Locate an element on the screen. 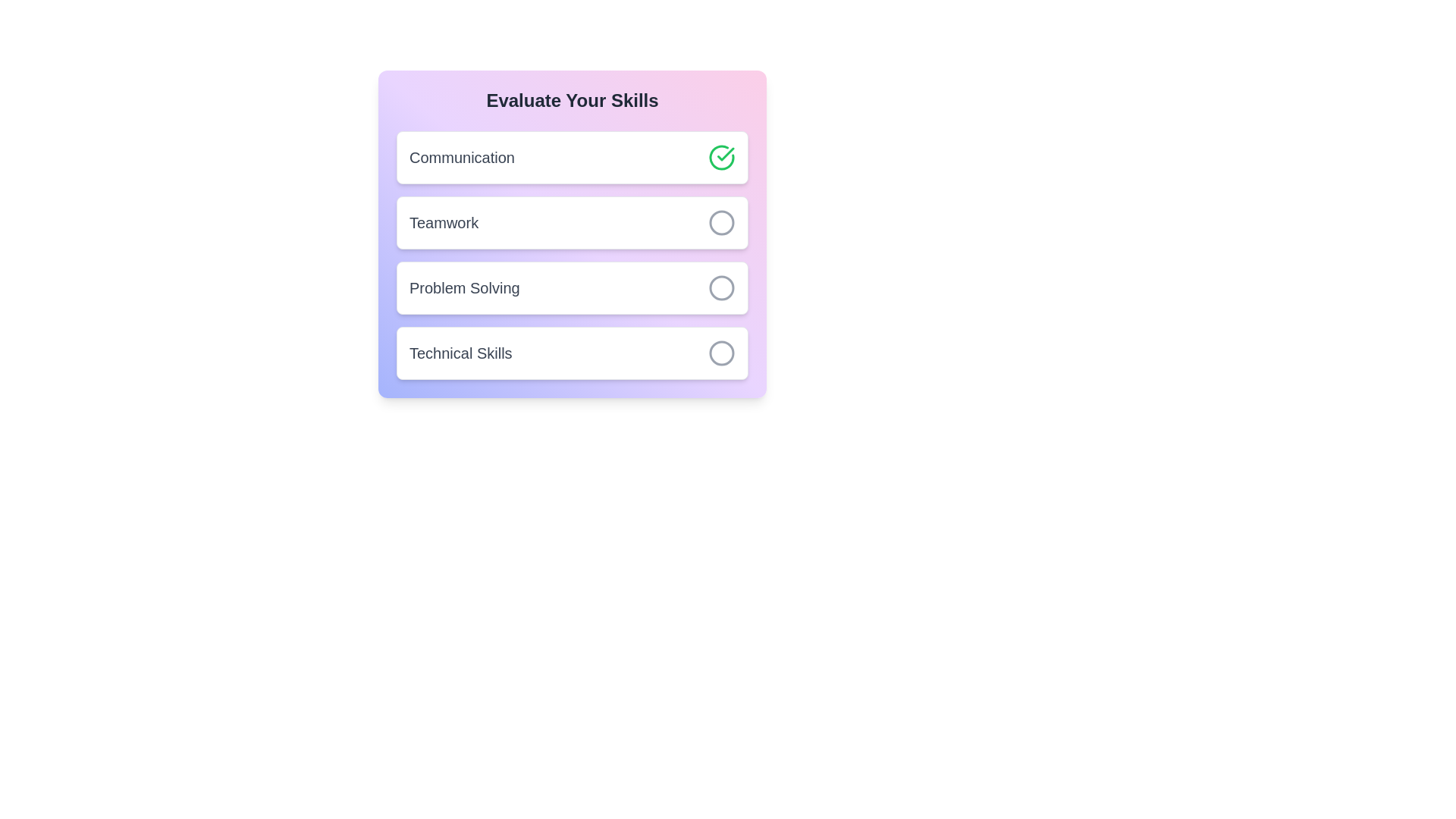  the skill Teamwork by clicking its associated button is located at coordinates (720, 222).